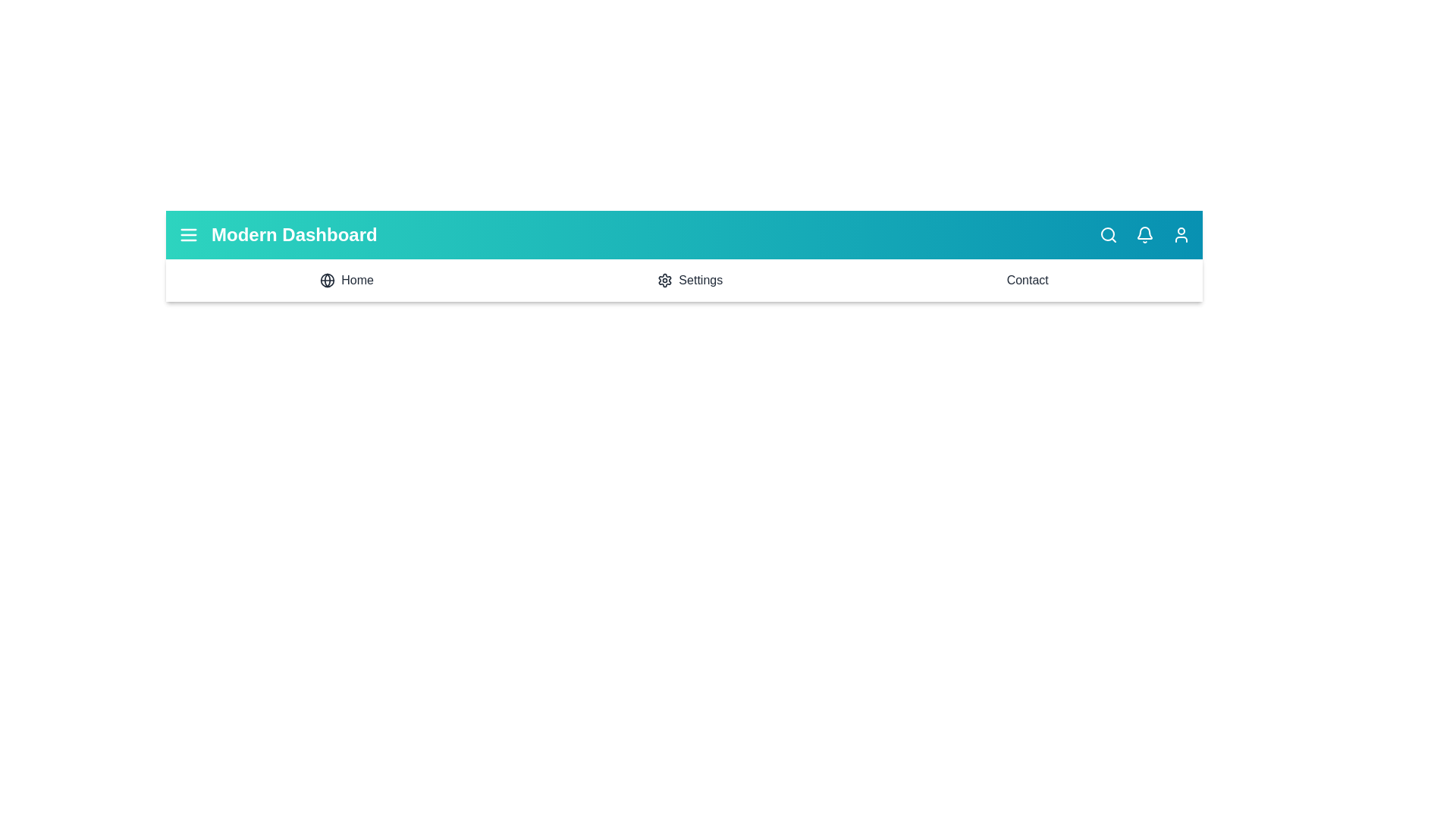 The image size is (1456, 819). Describe the element at coordinates (1109, 234) in the screenshot. I see `the search icon to initiate a search` at that location.